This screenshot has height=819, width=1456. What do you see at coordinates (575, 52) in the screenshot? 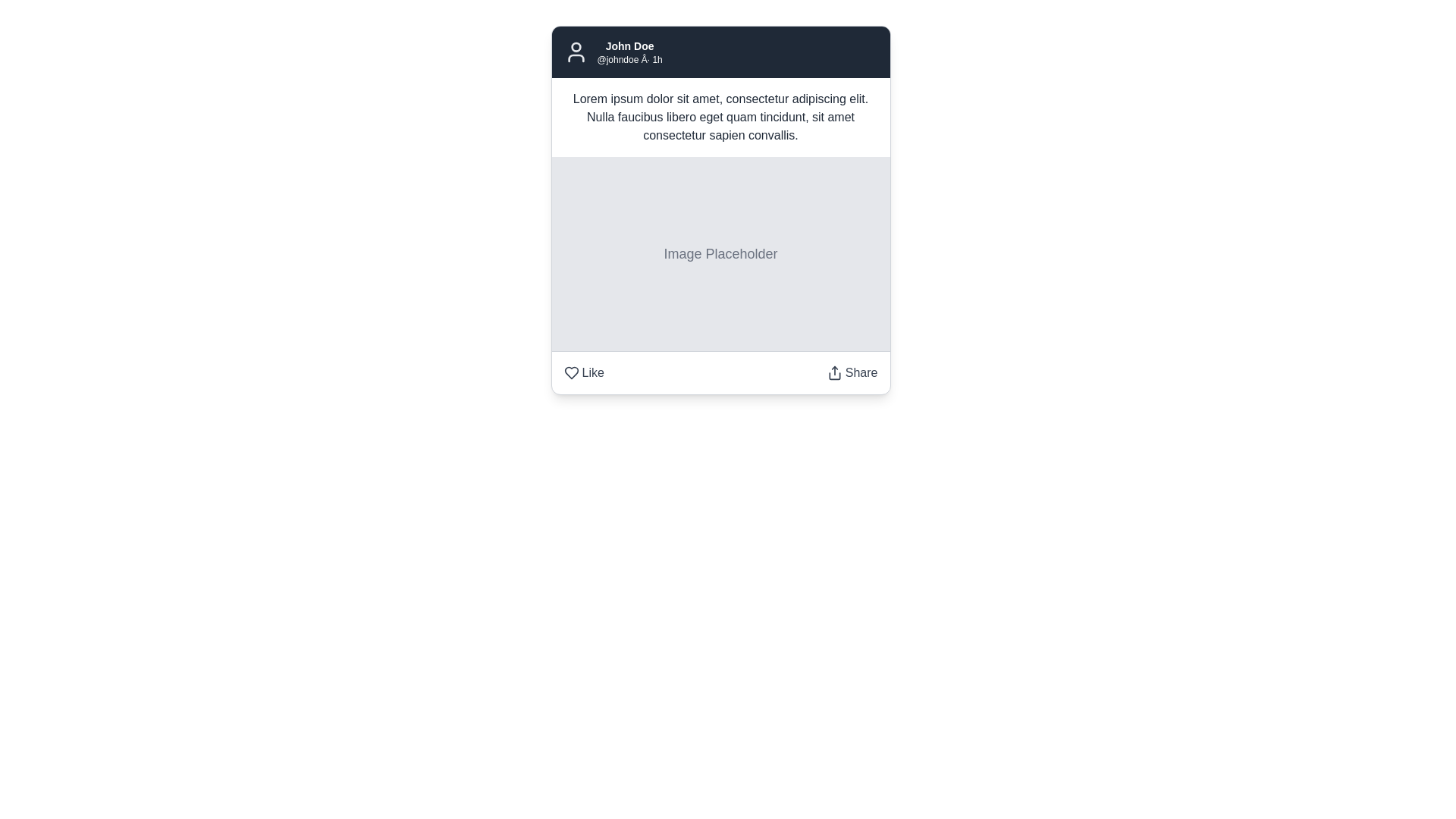
I see `the user profile icon, which has a white outline on a gray background and is located at the top-left corner of the header section` at bounding box center [575, 52].